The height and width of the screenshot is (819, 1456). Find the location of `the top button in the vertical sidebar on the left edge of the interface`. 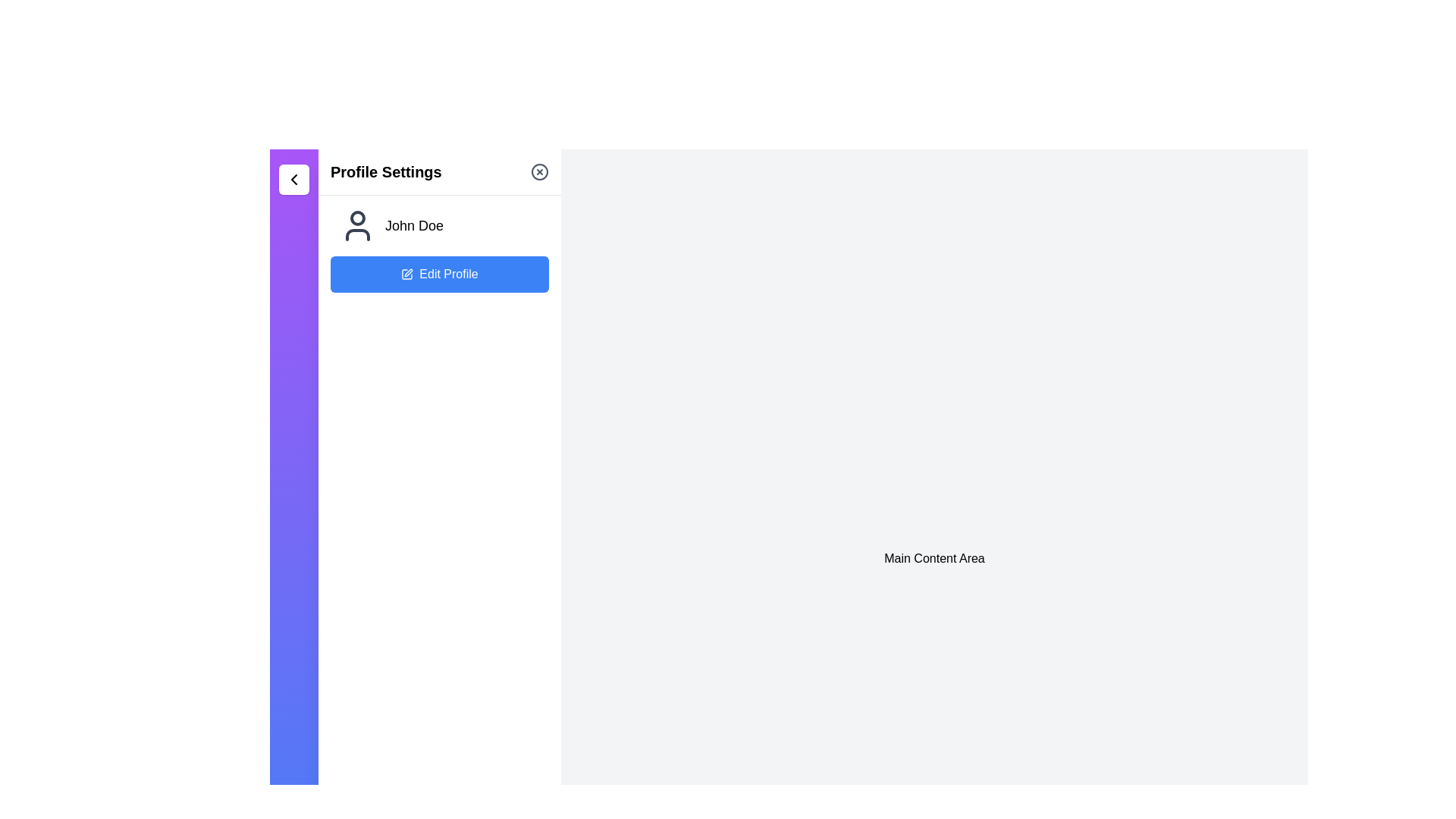

the top button in the vertical sidebar on the left edge of the interface is located at coordinates (294, 178).